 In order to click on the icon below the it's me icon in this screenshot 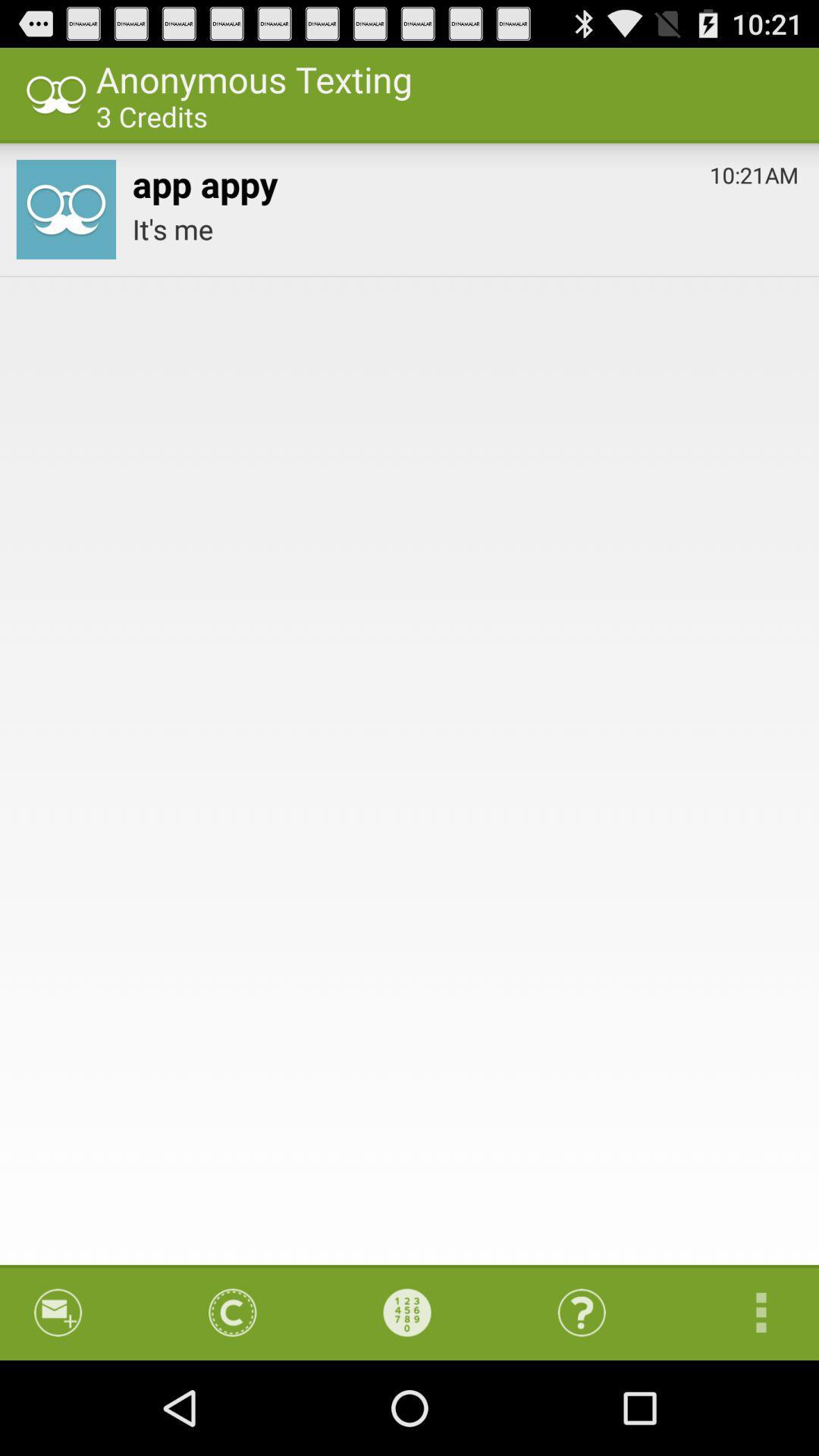, I will do `click(745, 1312)`.